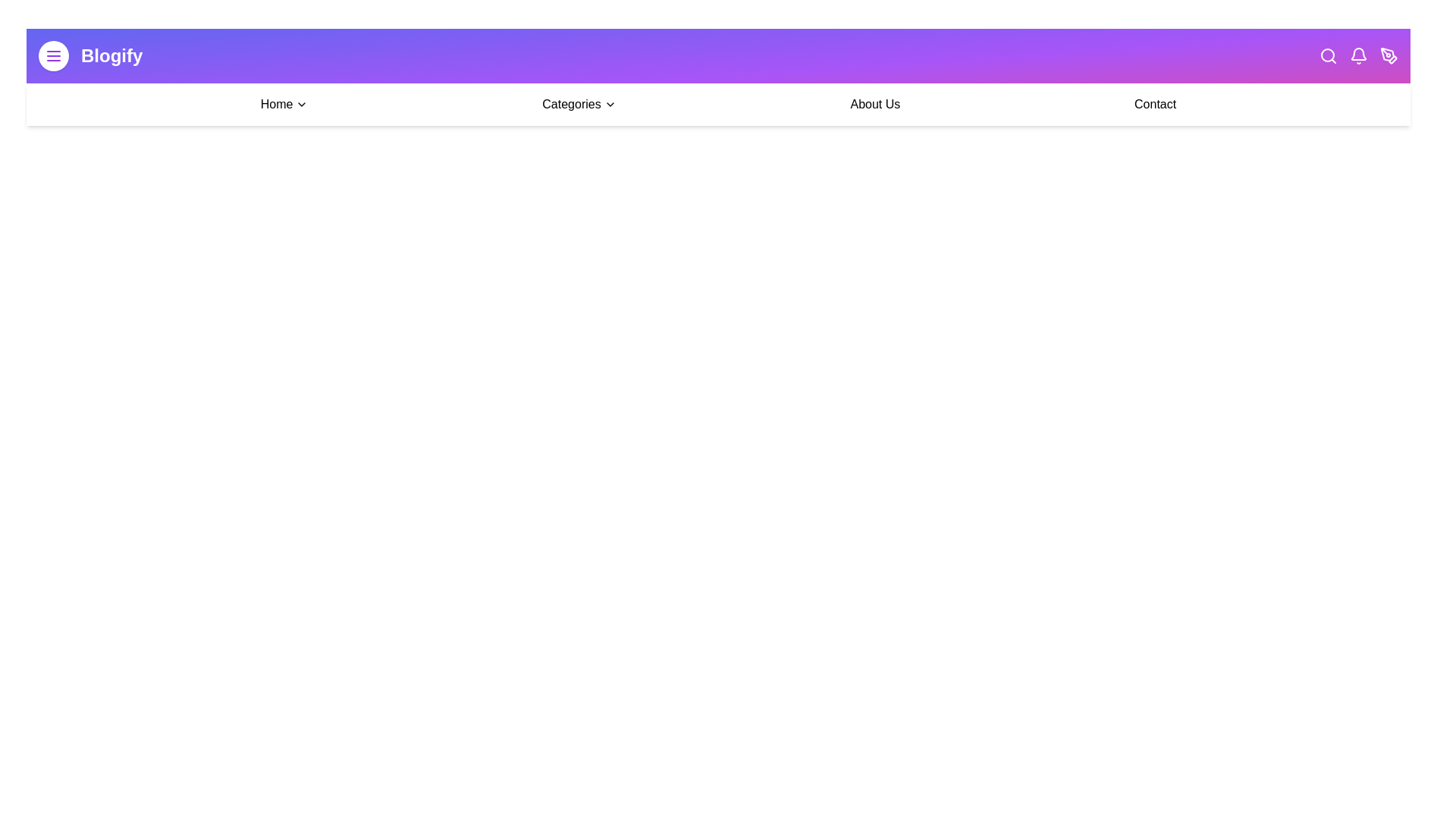  Describe the element at coordinates (874, 104) in the screenshot. I see `the 'About Us' link in the navigation bar` at that location.